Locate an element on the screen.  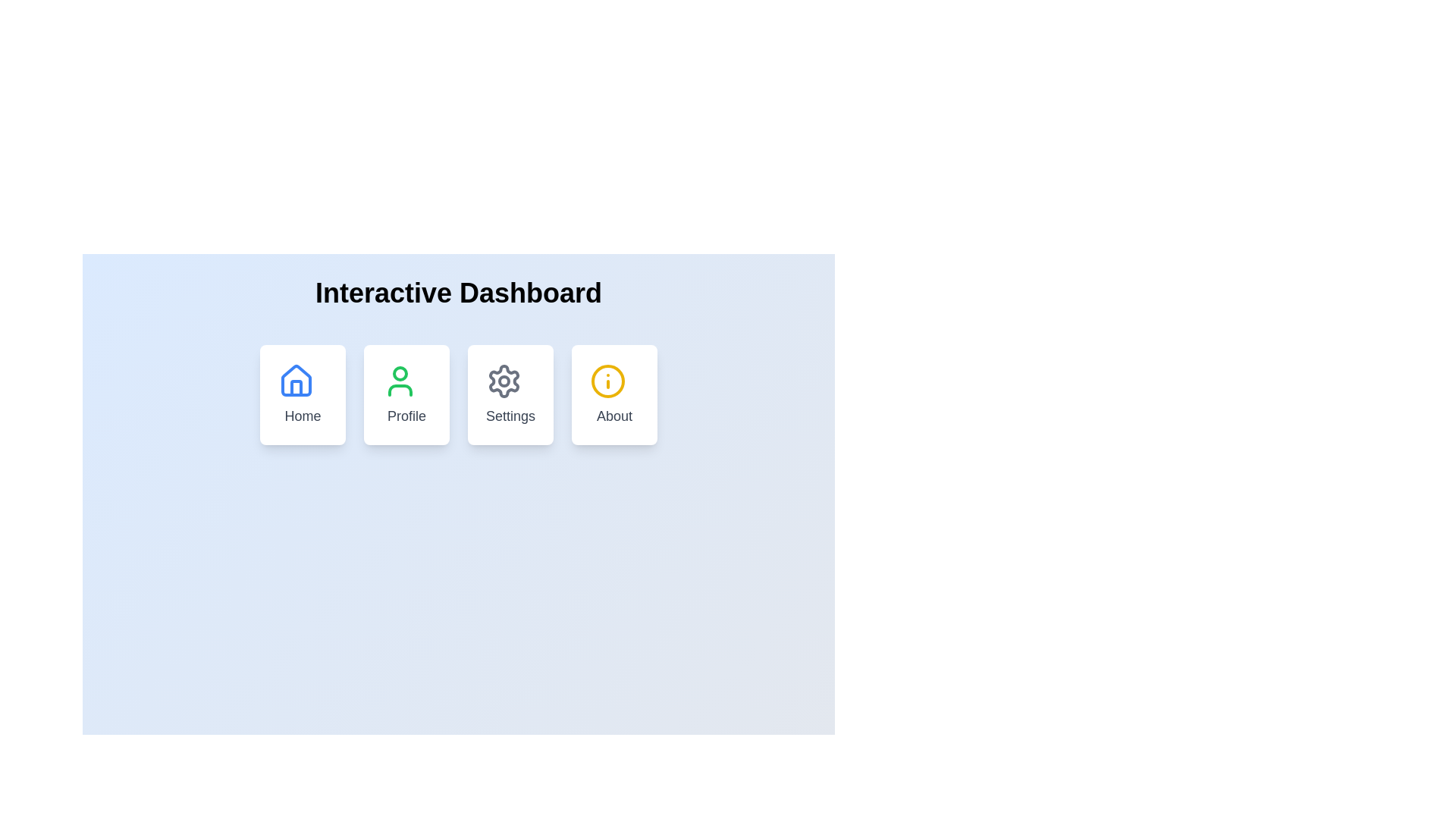
the circular graphical element representing the user profile's head in the 'Profile' icon, located on the second card from the left in the navigation options is located at coordinates (400, 374).